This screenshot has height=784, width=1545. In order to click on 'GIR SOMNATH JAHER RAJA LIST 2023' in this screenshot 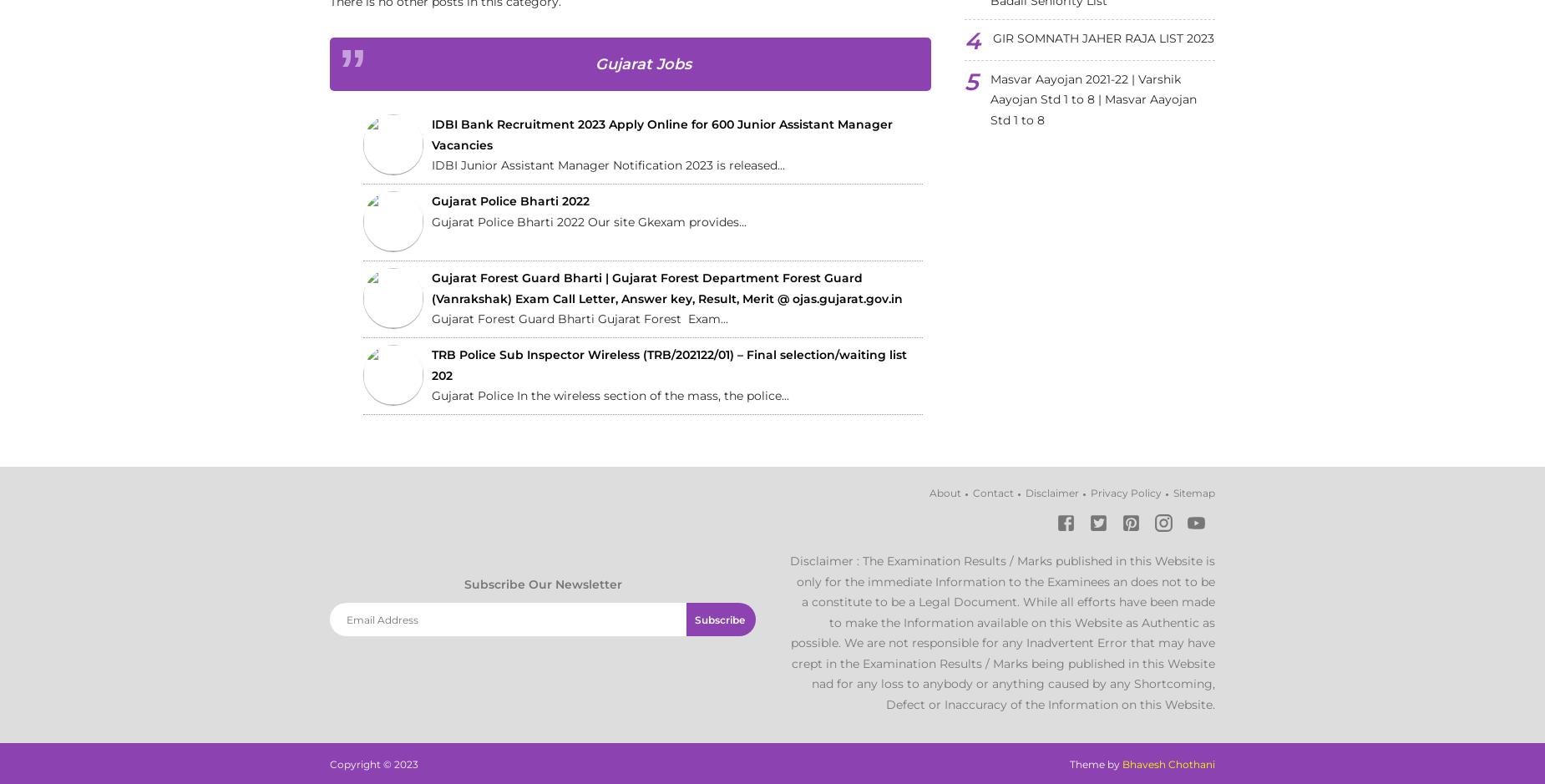, I will do `click(1102, 38)`.